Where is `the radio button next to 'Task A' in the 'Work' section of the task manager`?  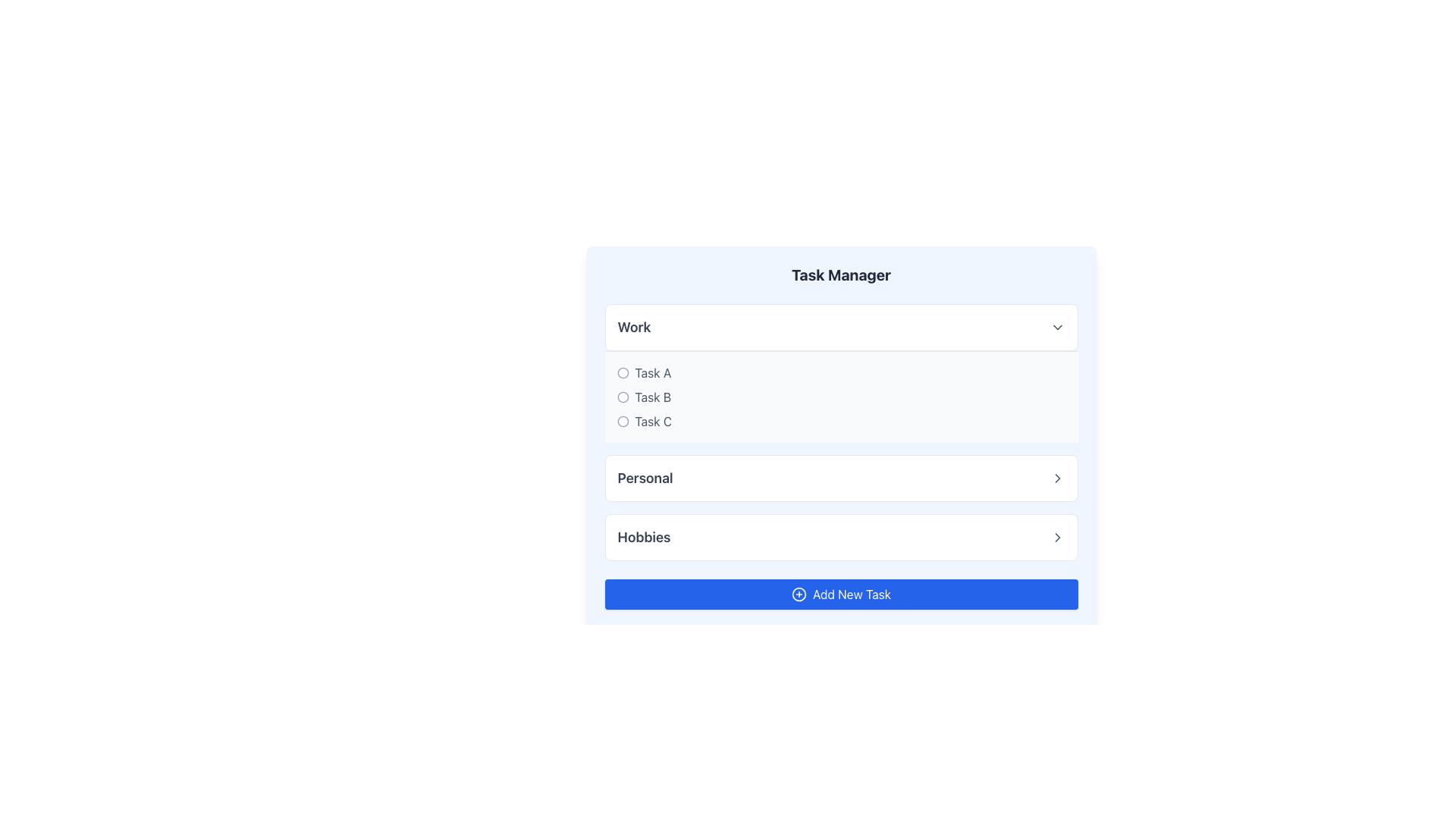 the radio button next to 'Task A' in the 'Work' section of the task manager is located at coordinates (840, 373).